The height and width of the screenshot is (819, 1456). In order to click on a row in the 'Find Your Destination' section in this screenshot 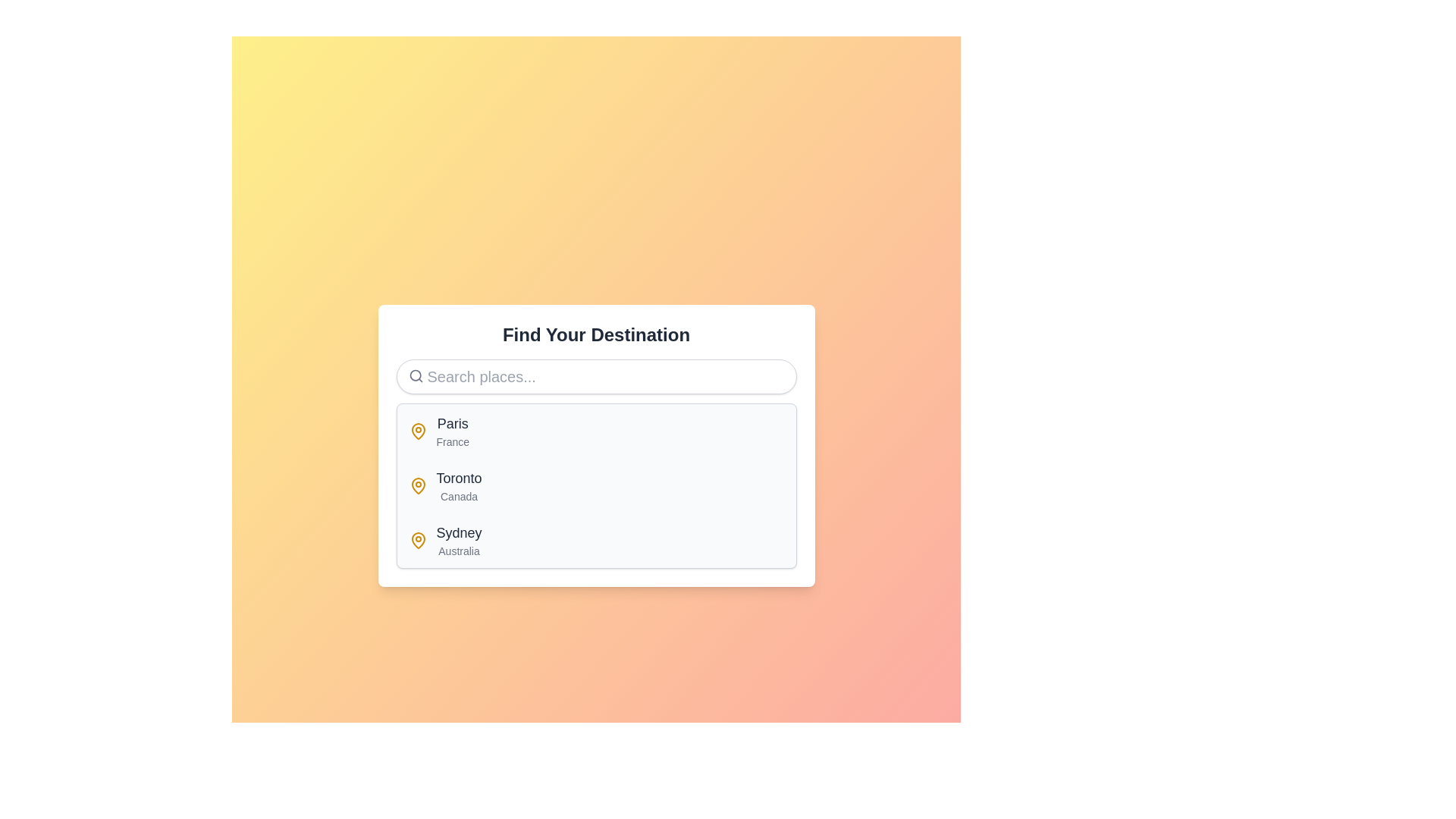, I will do `click(595, 485)`.